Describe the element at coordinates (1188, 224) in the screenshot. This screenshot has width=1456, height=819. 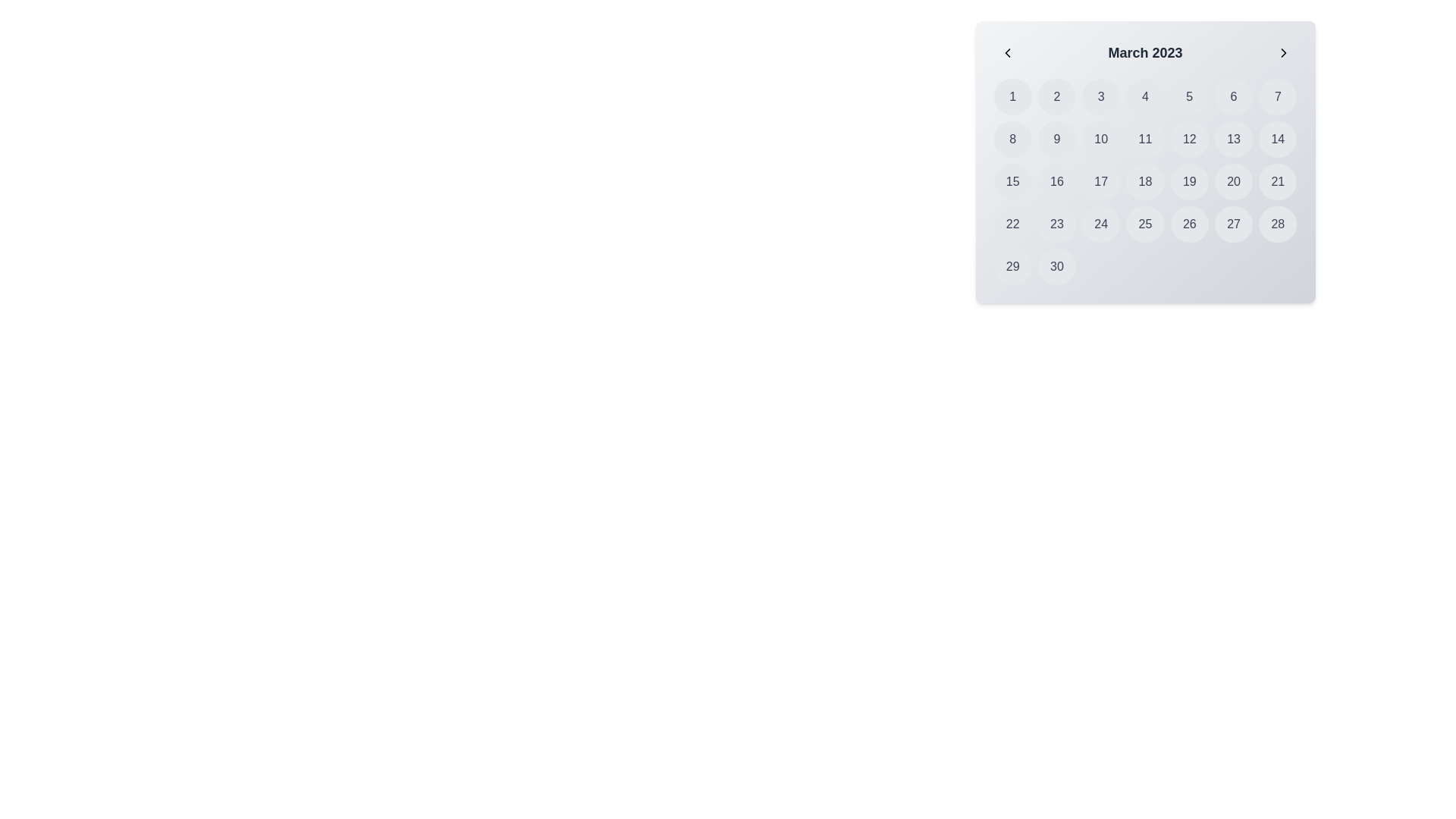
I see `the rounded button displaying the number '26'` at that location.